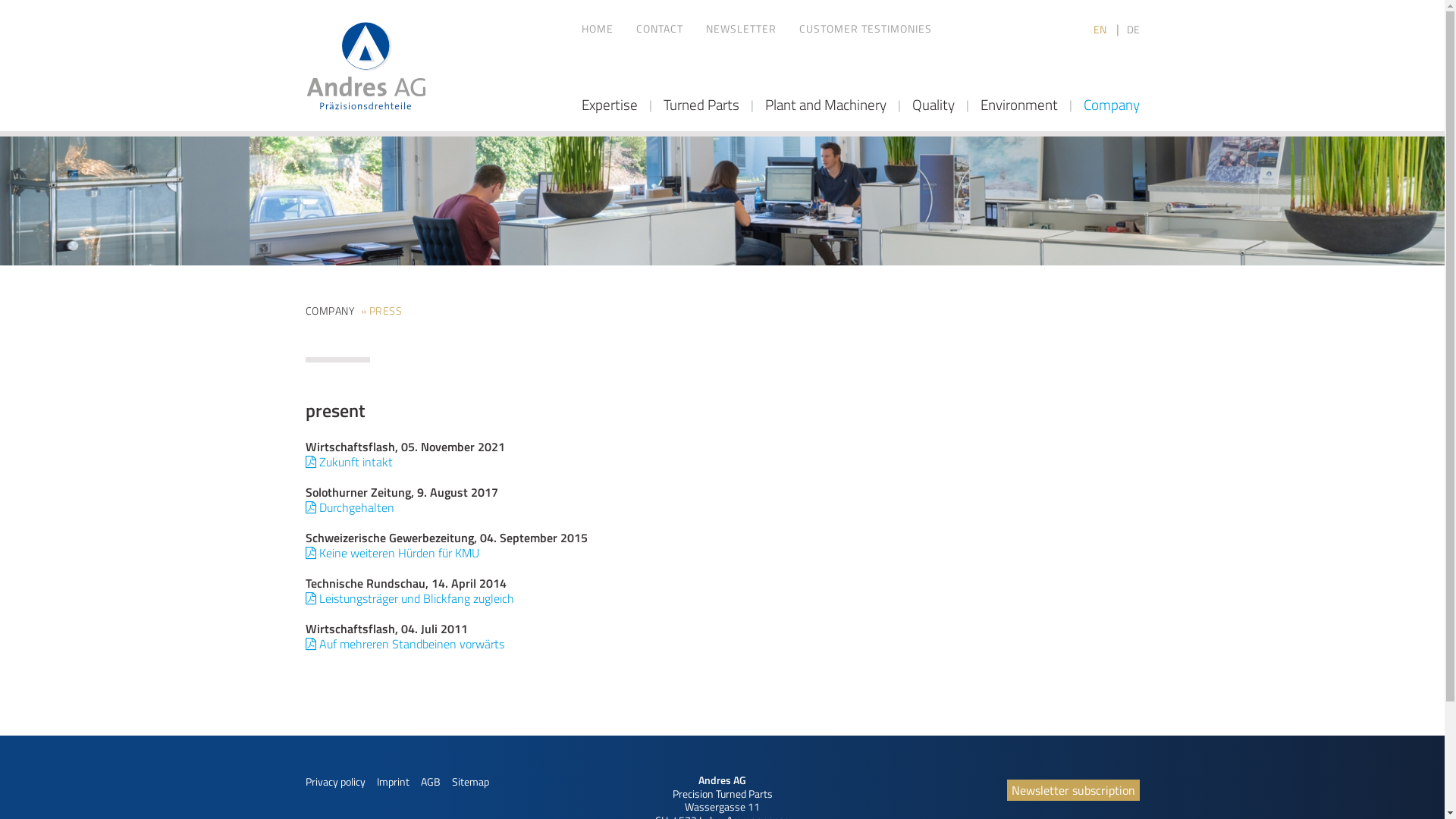 The height and width of the screenshot is (819, 1456). I want to click on 'CONTACT', so click(658, 29).